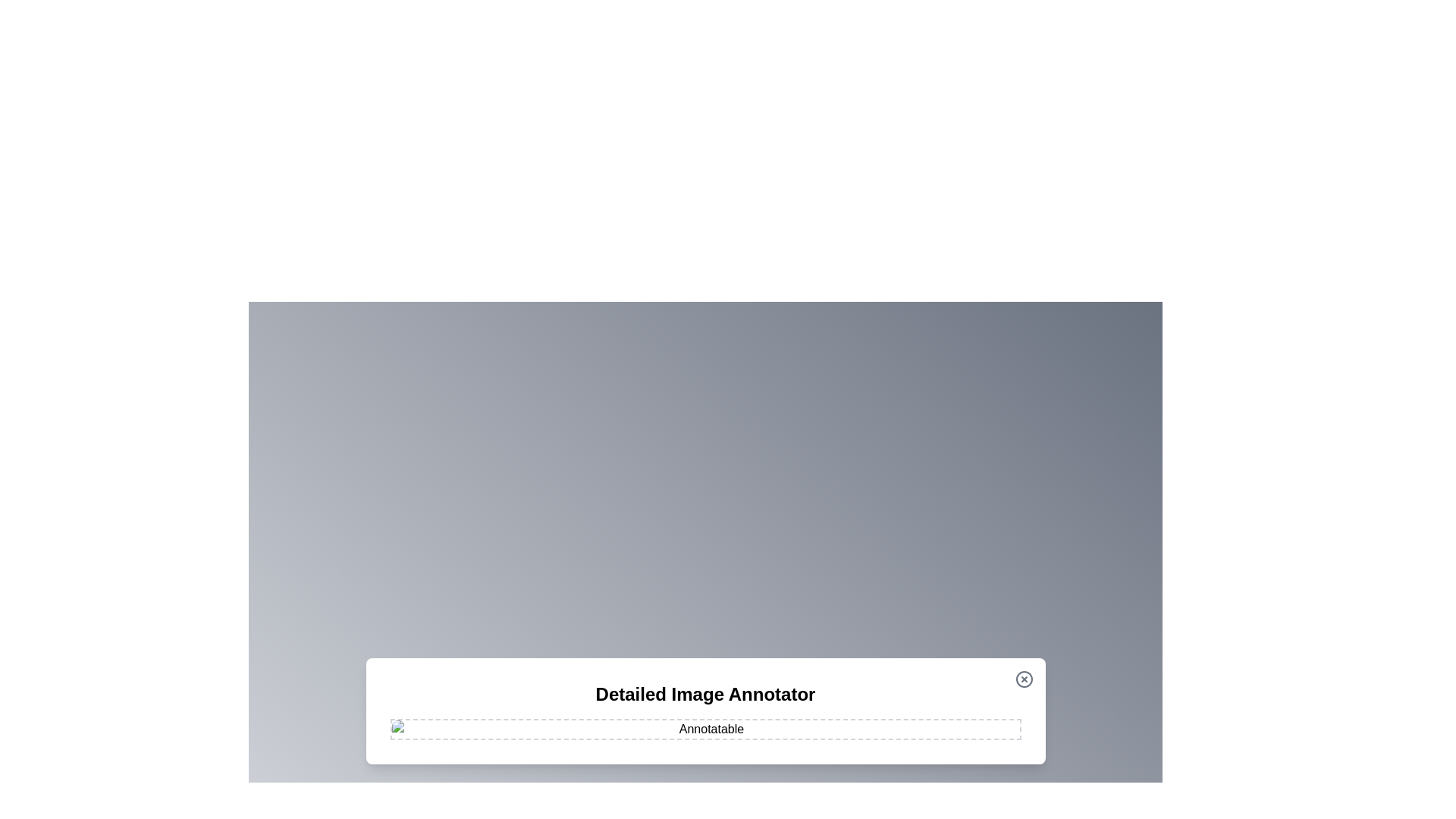  What do you see at coordinates (407, 730) in the screenshot?
I see `the image at coordinates (537, 963) to add an annotation` at bounding box center [407, 730].